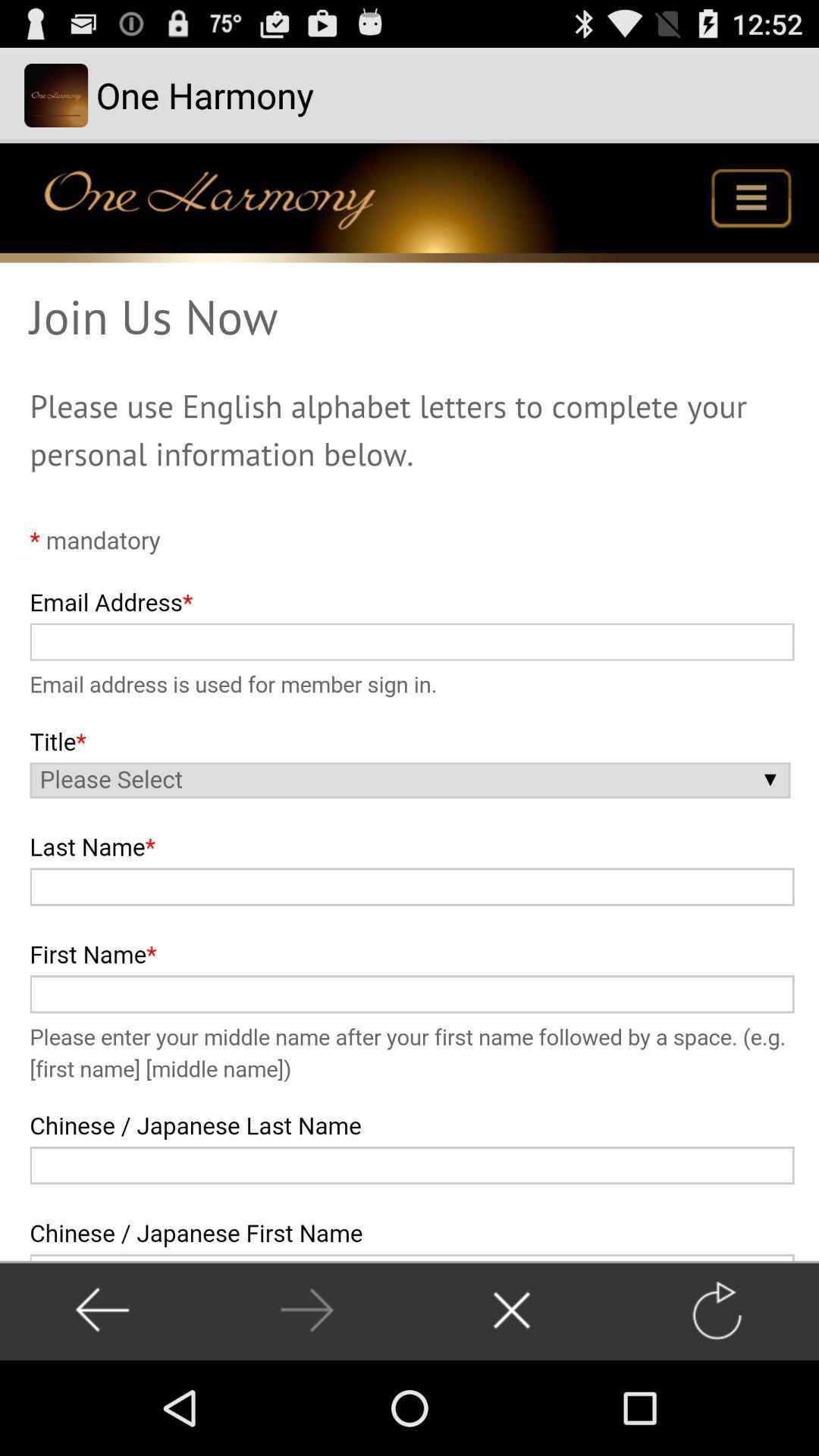  I want to click on the close icon, so click(512, 1401).